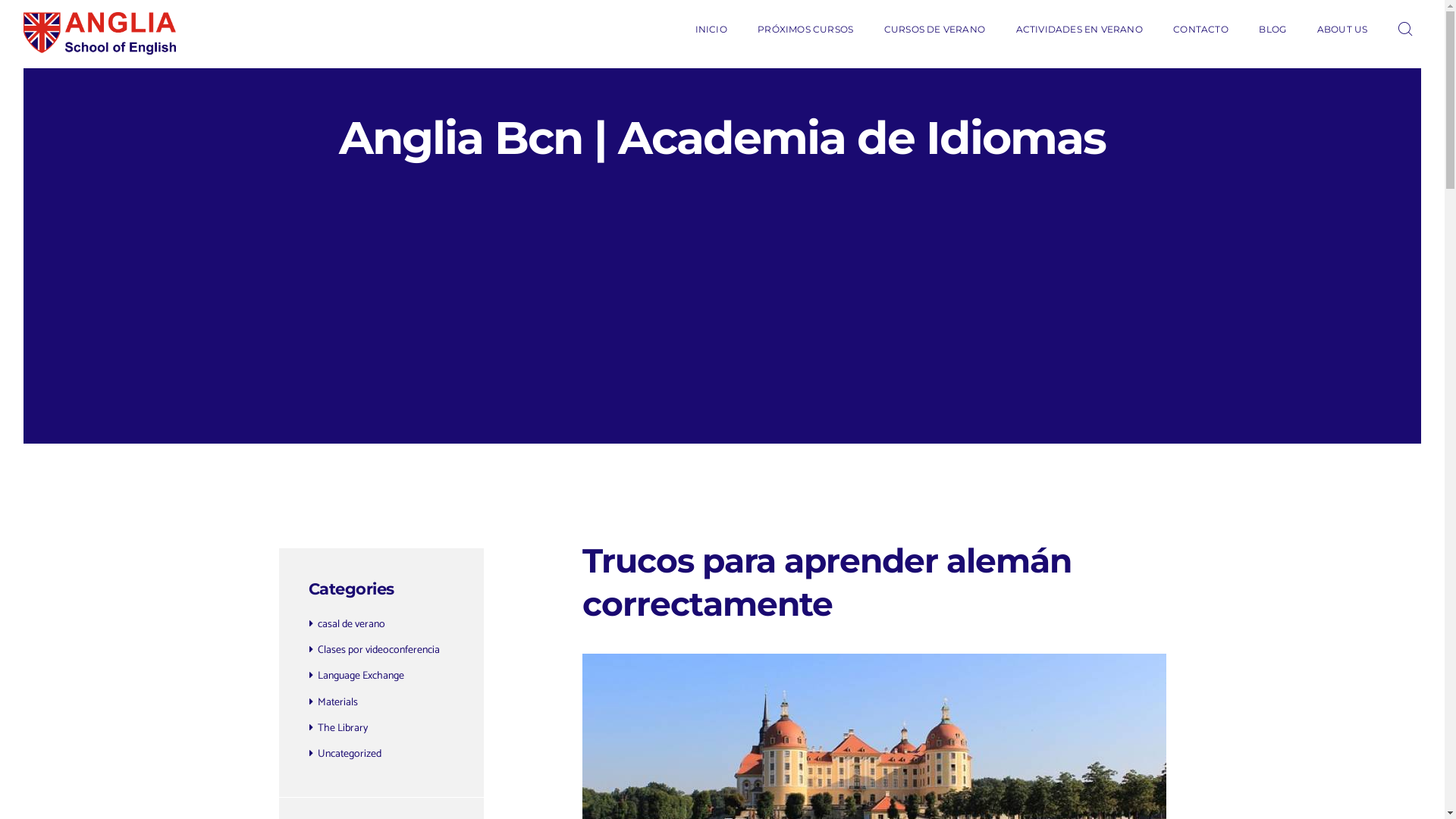 This screenshot has height=819, width=1456. Describe the element at coordinates (348, 754) in the screenshot. I see `'Uncategorized'` at that location.